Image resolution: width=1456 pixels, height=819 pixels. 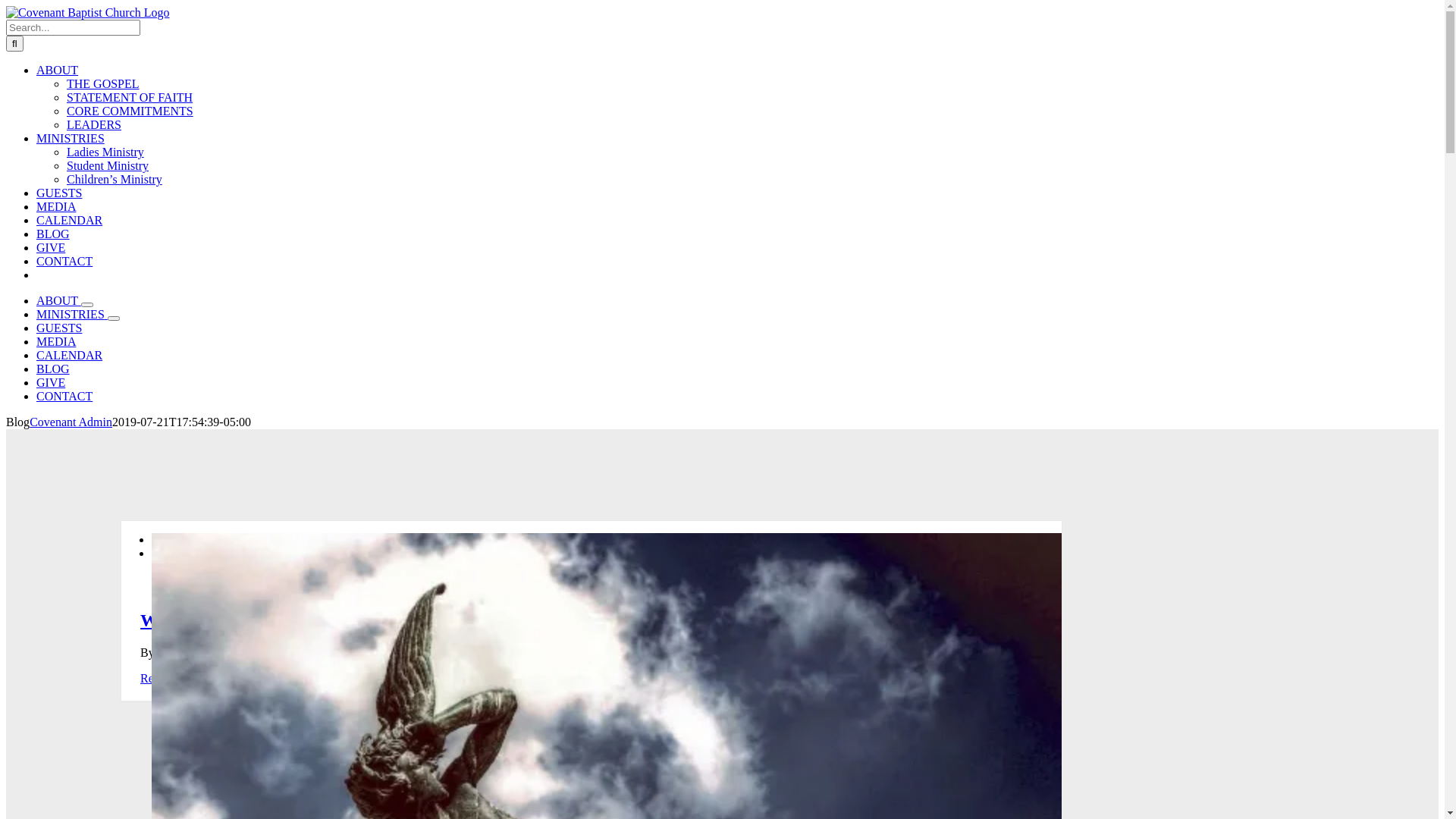 I want to click on 'LEADERS', so click(x=93, y=124).